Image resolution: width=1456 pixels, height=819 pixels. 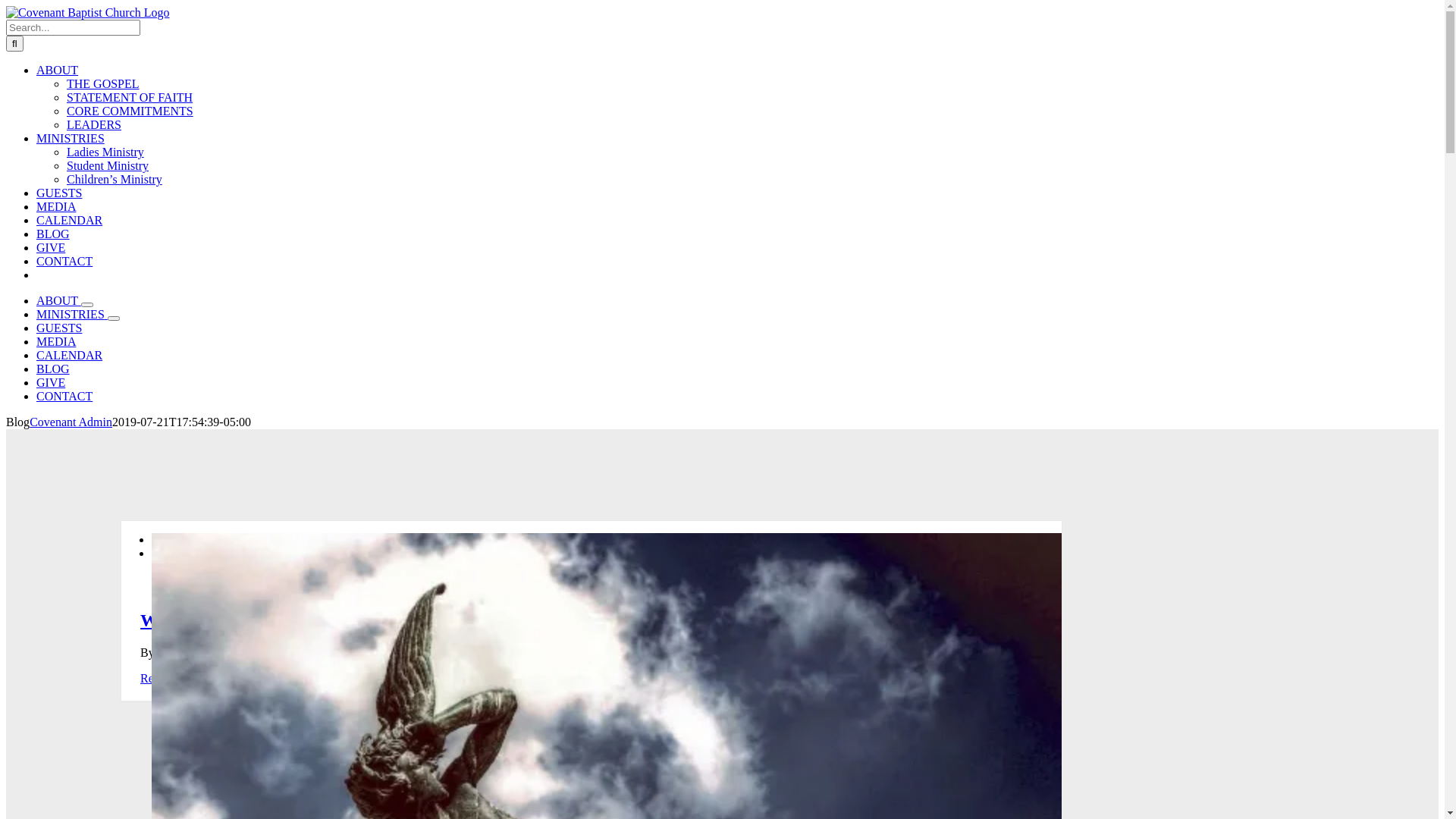 I want to click on 'LEADERS', so click(x=93, y=124).